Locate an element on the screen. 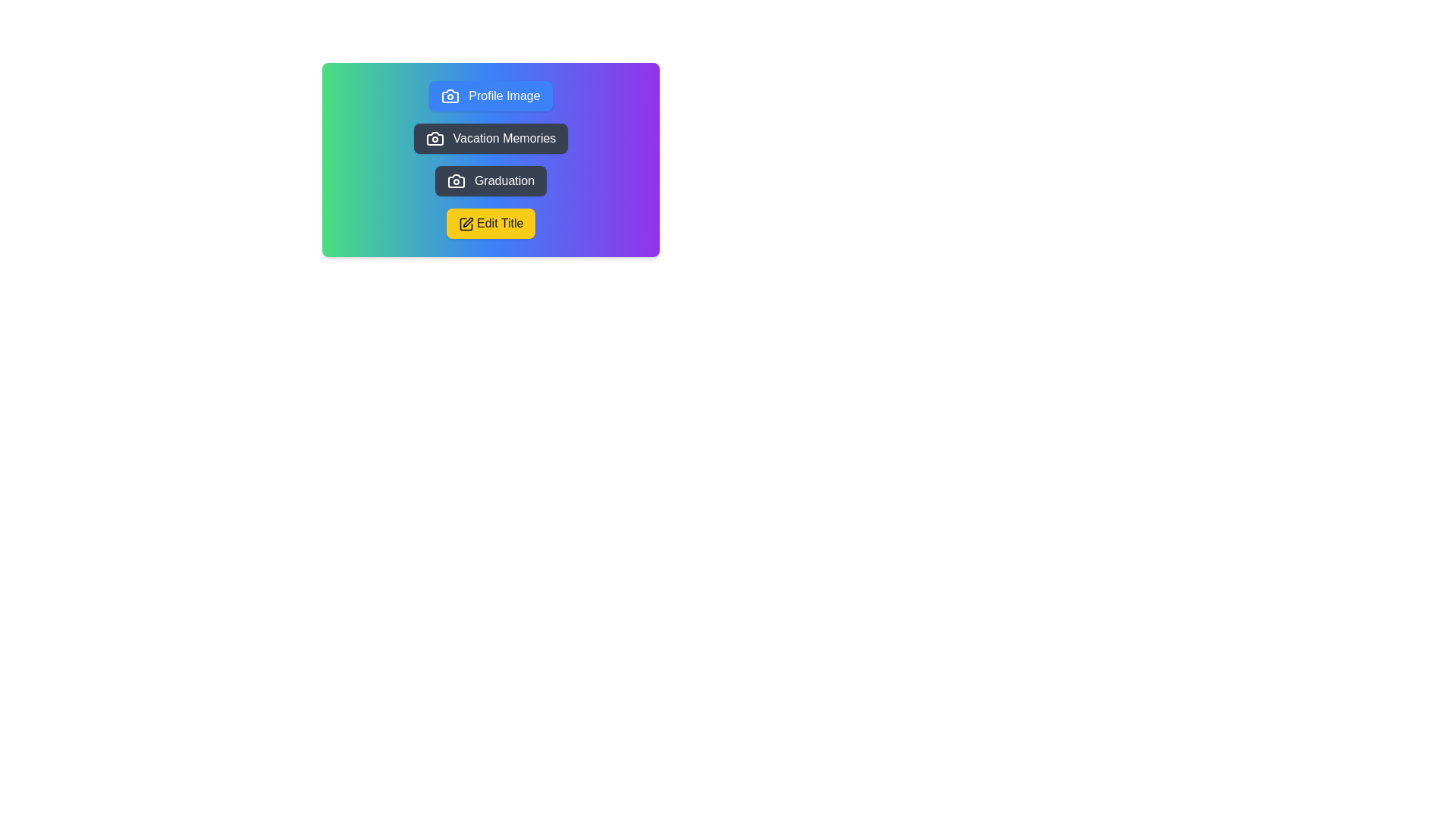  the pen icon that indicates editing functionality, positioned next to the 'Edit Title' text within the yellow button at the bottom of the card area is located at coordinates (465, 224).